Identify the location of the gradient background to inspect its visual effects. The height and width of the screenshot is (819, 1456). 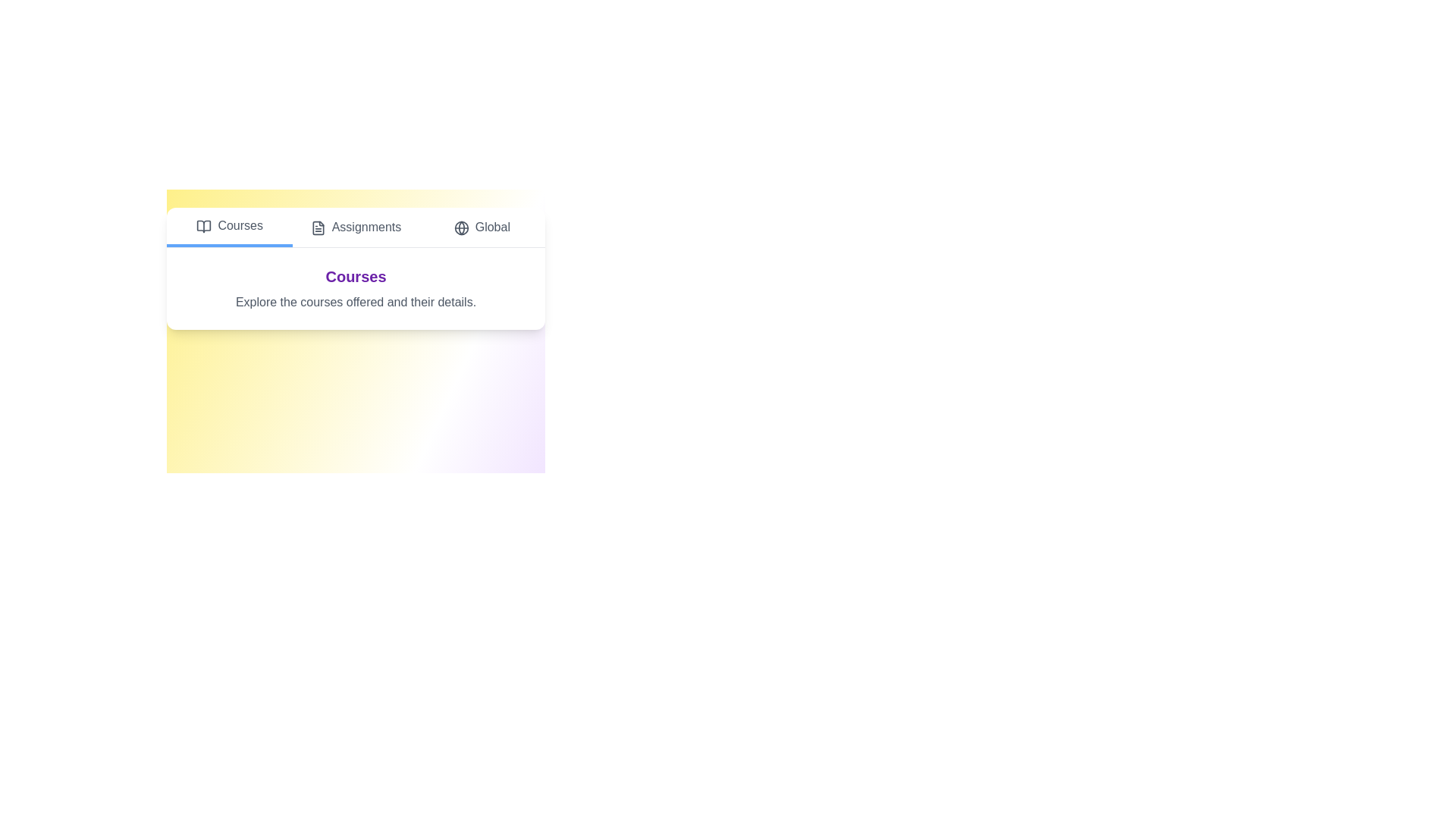
(355, 598).